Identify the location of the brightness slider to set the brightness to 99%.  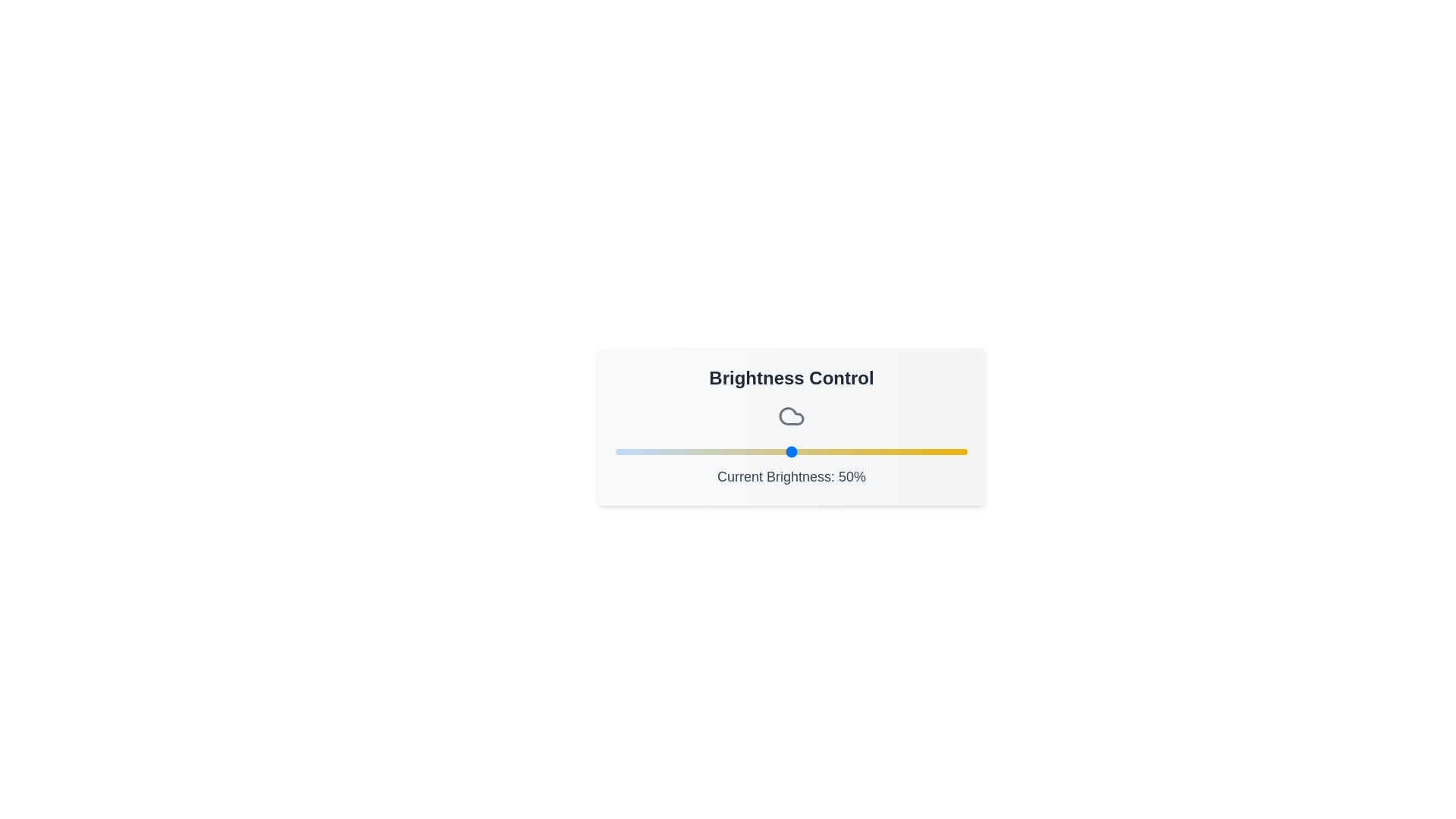
(963, 451).